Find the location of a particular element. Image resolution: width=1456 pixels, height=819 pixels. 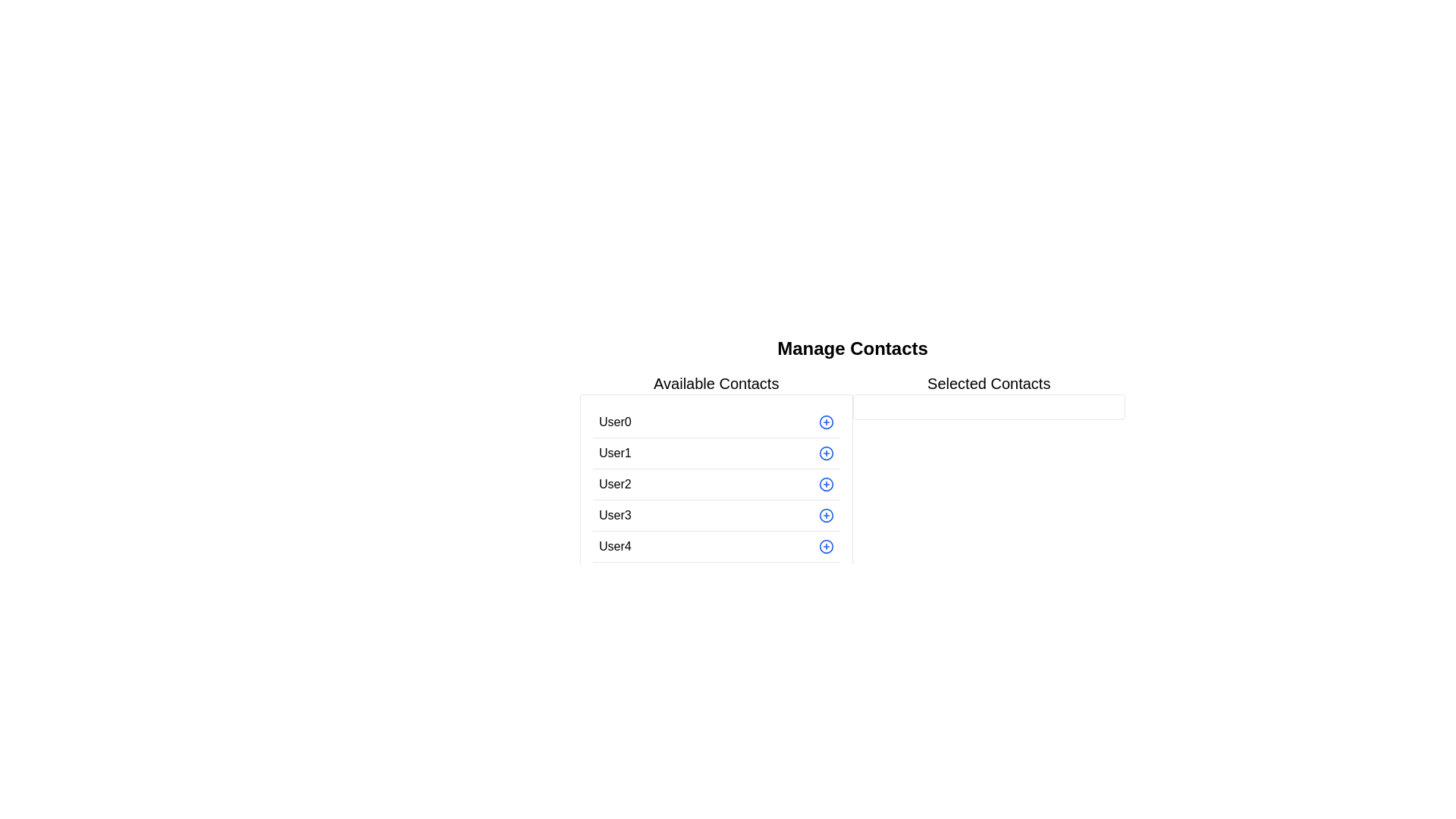

the username 'User3' which is the fourth entry in the list of 'Available Contacts' is located at coordinates (615, 514).